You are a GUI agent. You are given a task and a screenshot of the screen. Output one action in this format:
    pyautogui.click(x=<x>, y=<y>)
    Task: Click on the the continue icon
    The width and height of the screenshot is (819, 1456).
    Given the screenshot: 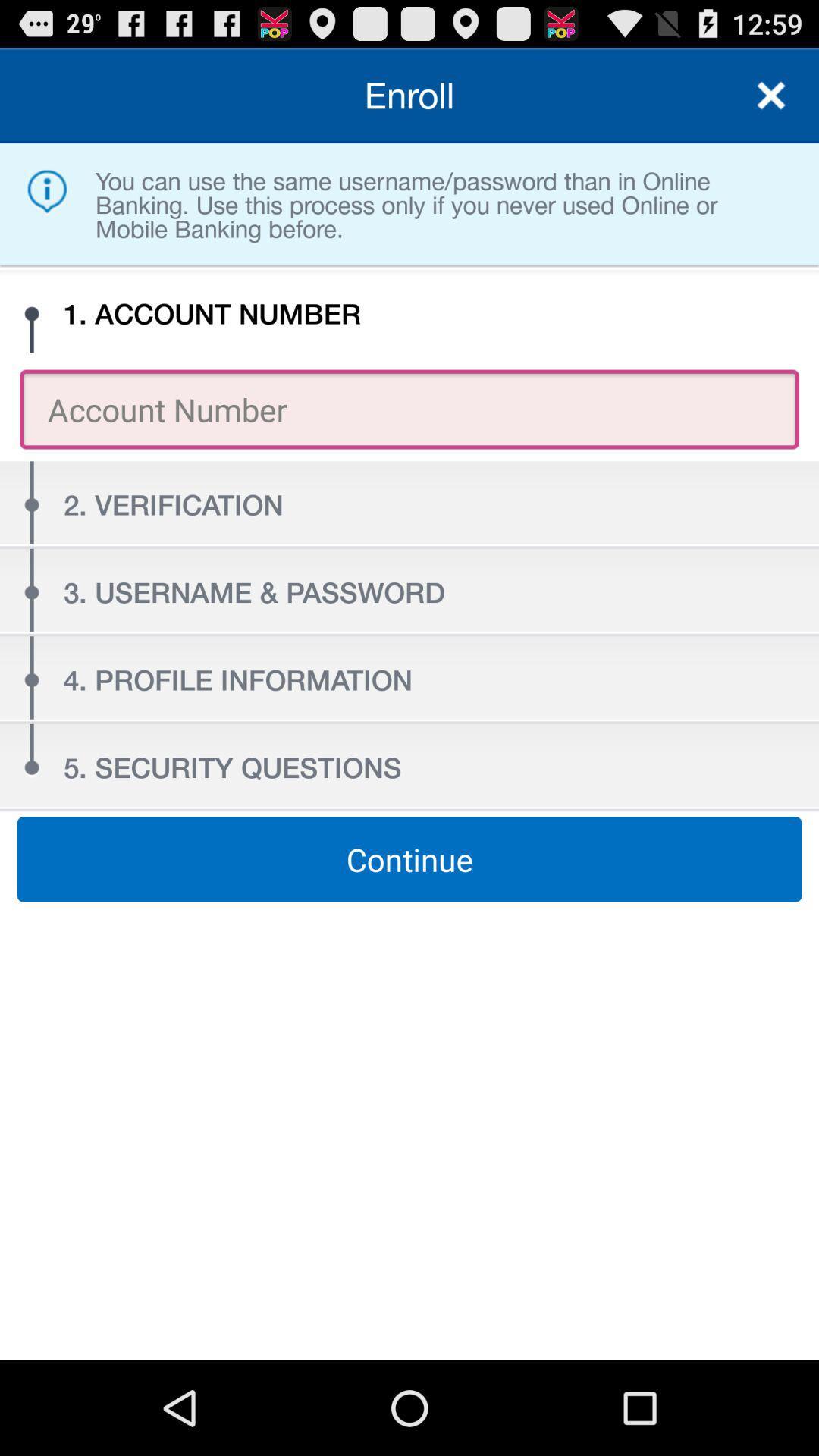 What is the action you would take?
    pyautogui.click(x=409, y=859)
    